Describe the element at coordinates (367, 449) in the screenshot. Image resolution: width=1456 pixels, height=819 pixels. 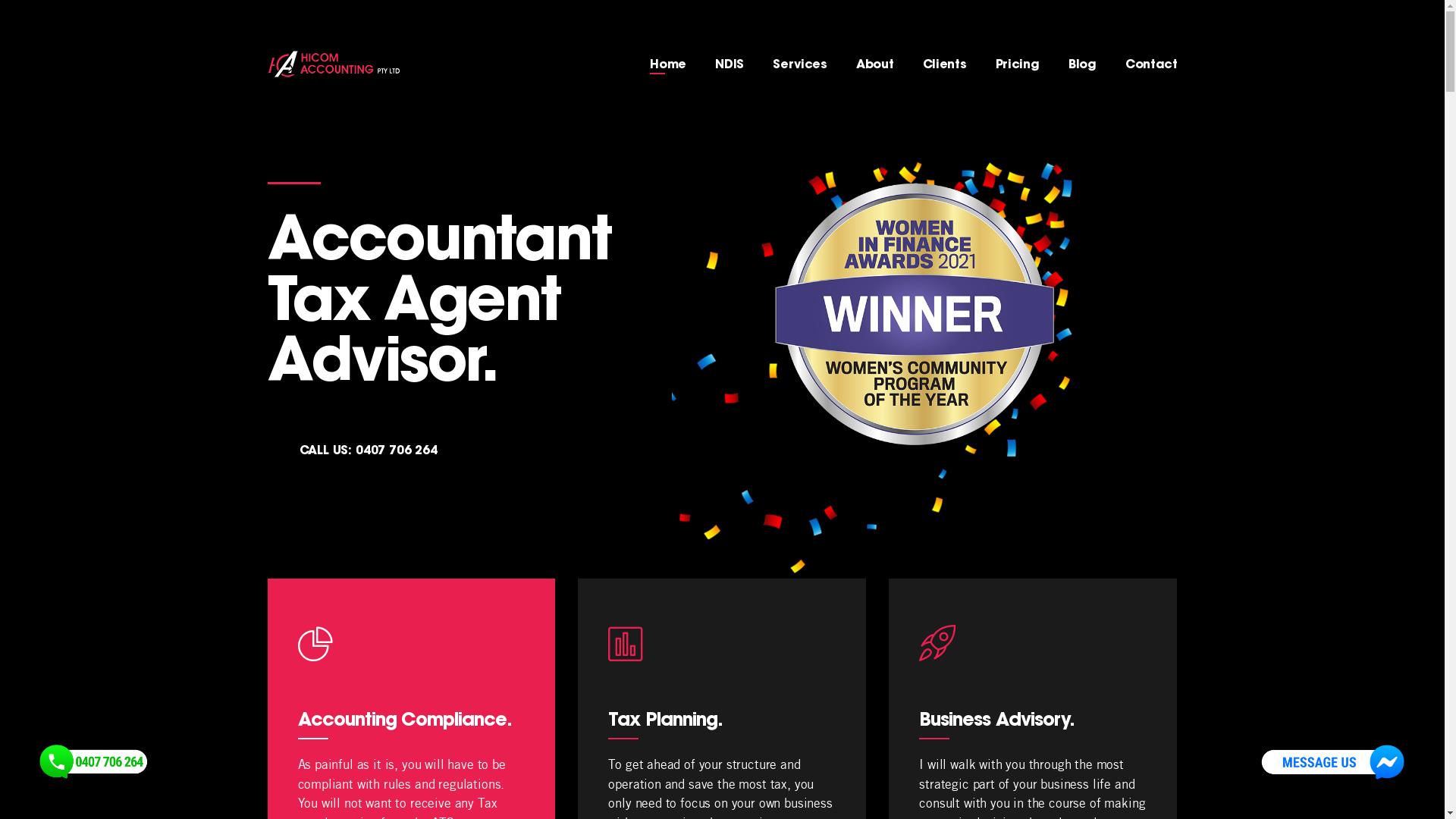
I see `'CALL US: 0407 706 264'` at that location.